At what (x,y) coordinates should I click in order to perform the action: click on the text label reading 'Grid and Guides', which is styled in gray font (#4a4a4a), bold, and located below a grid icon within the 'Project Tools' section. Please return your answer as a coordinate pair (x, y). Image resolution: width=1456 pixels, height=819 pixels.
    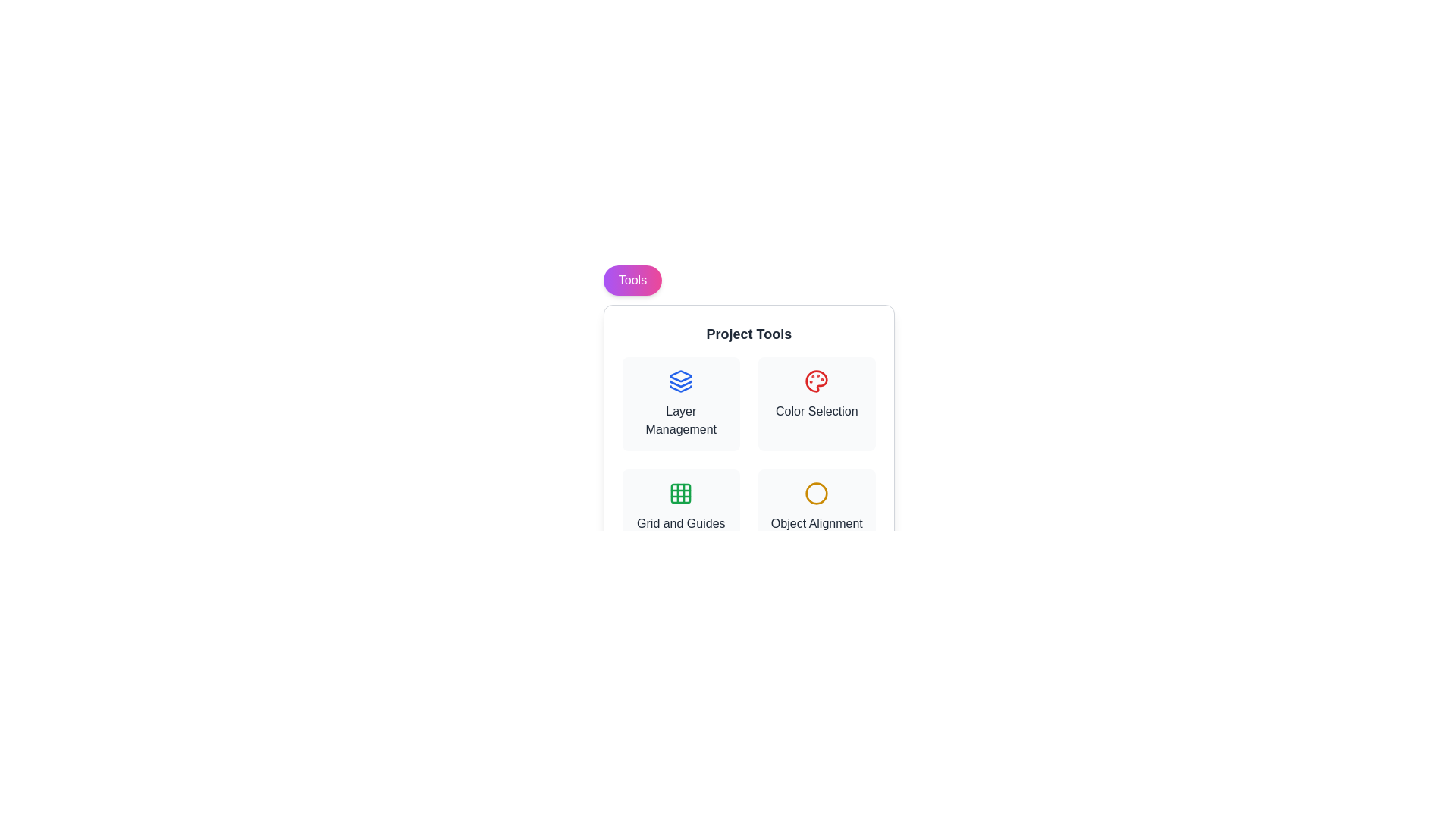
    Looking at the image, I should click on (680, 522).